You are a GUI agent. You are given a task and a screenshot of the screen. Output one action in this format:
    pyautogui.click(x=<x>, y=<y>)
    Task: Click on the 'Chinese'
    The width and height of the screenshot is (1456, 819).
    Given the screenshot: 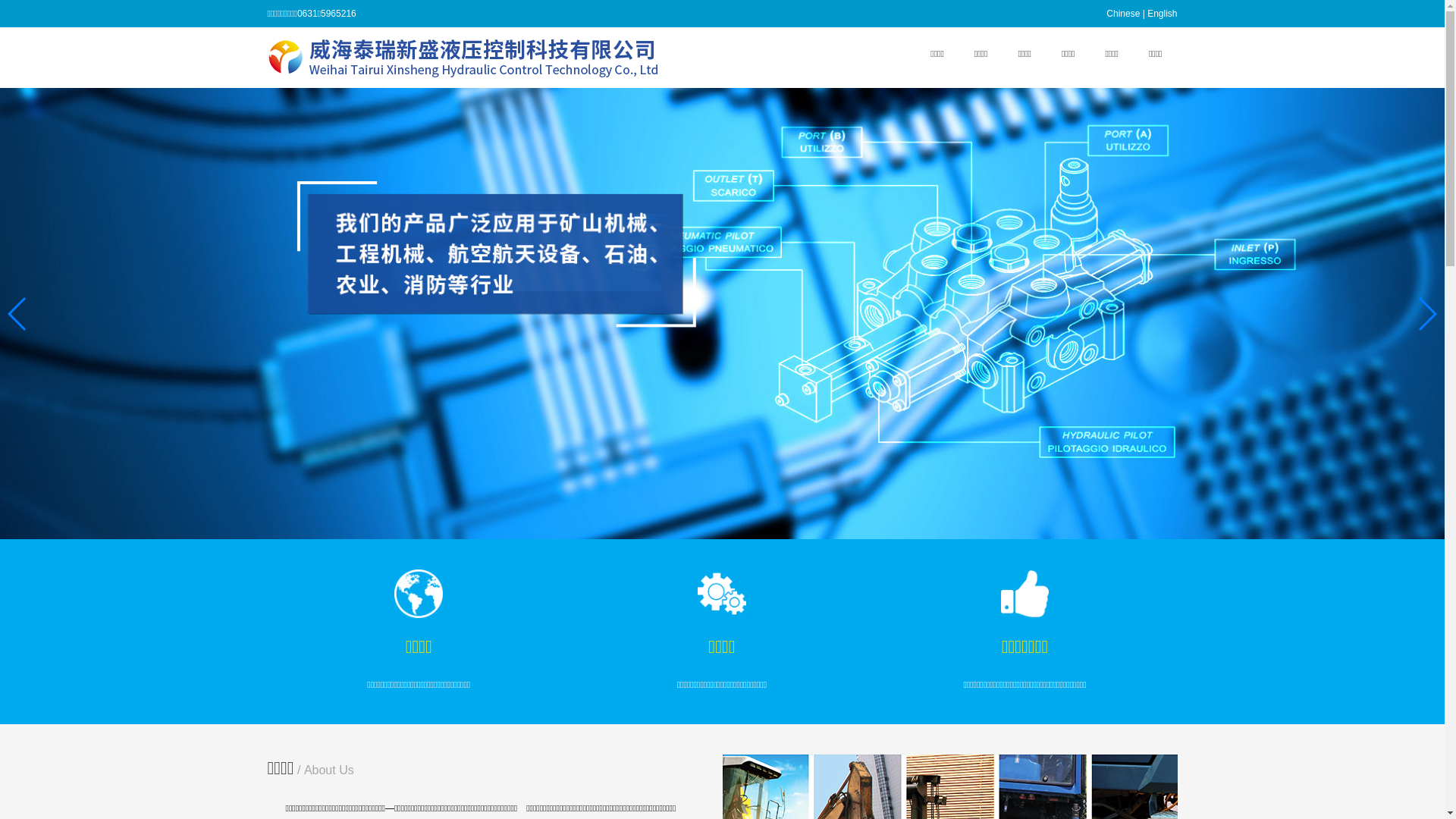 What is the action you would take?
    pyautogui.click(x=1106, y=14)
    